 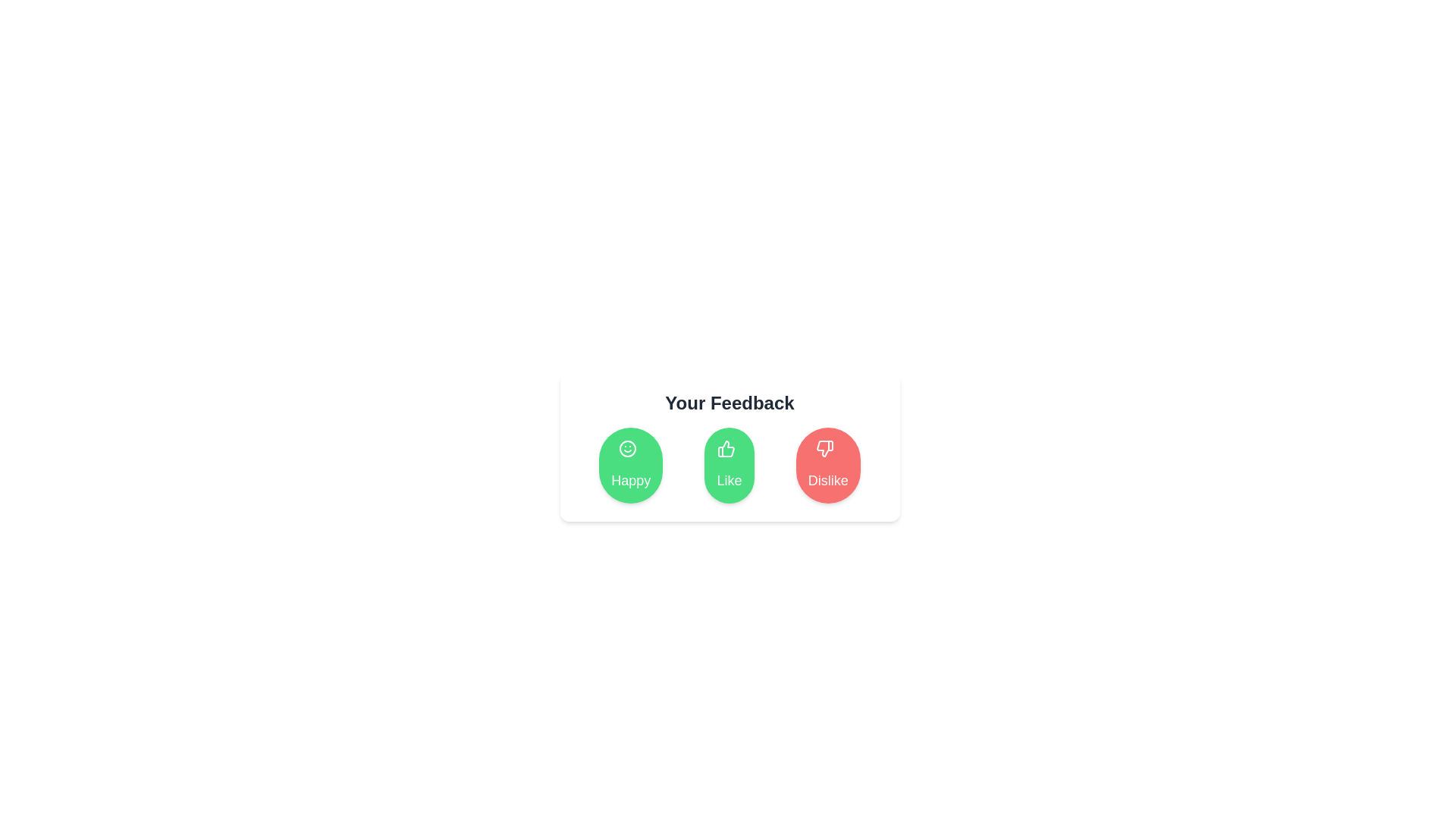 I want to click on the 'Dislike' button, so click(x=827, y=464).